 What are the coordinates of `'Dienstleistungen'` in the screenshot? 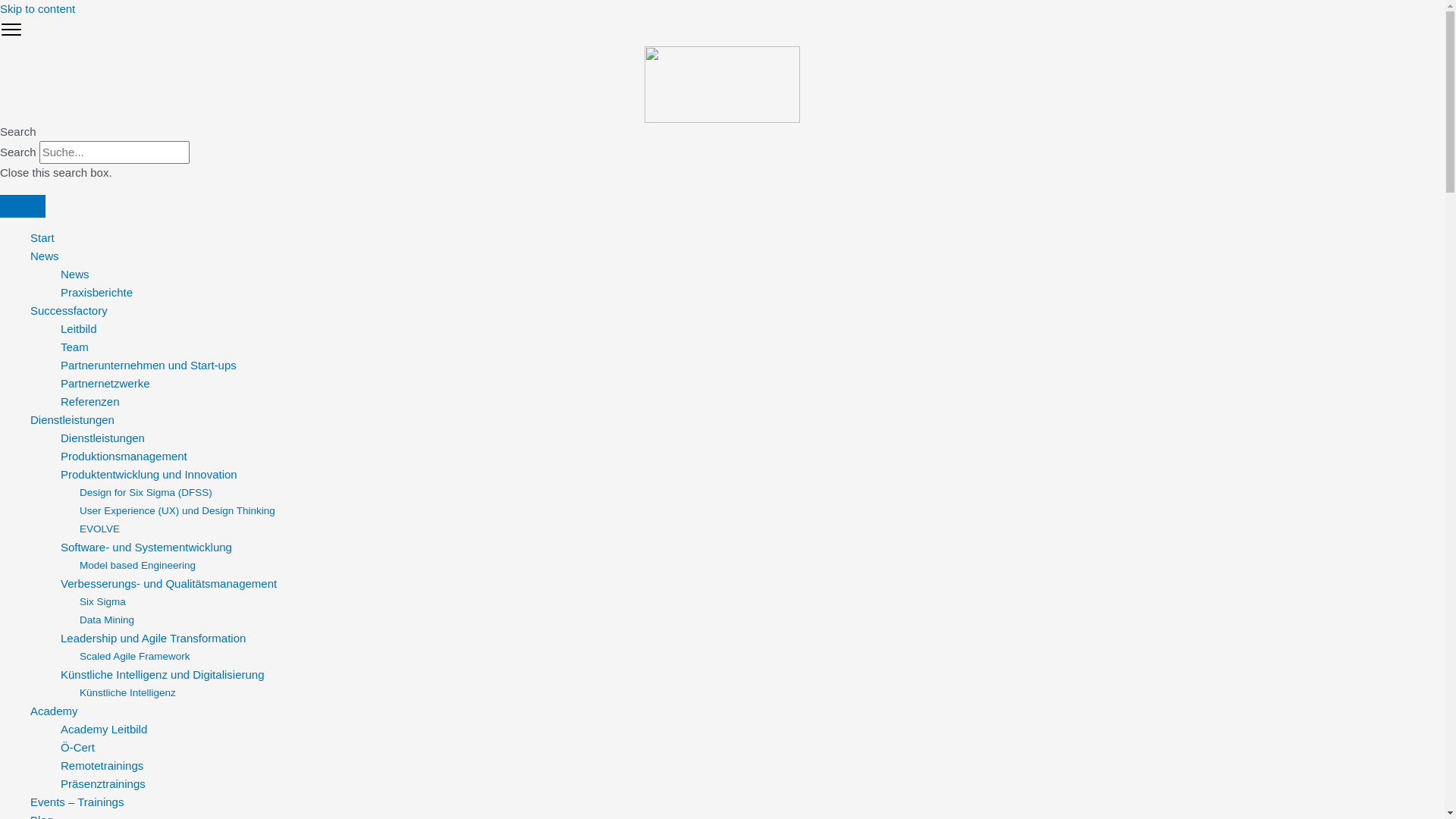 It's located at (61, 438).